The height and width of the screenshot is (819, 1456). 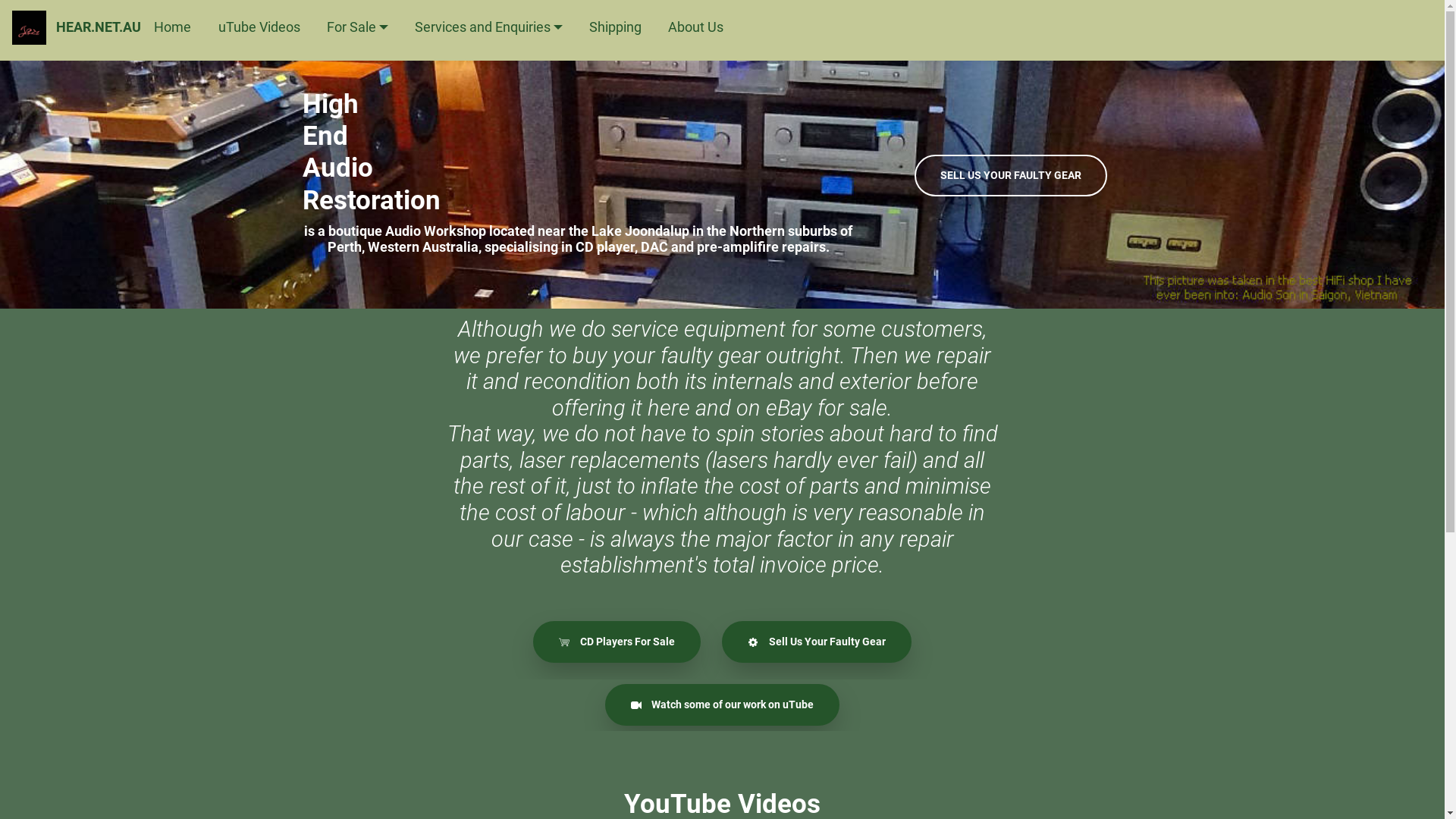 What do you see at coordinates (97, 27) in the screenshot?
I see `'HEAR.NET.AU'` at bounding box center [97, 27].